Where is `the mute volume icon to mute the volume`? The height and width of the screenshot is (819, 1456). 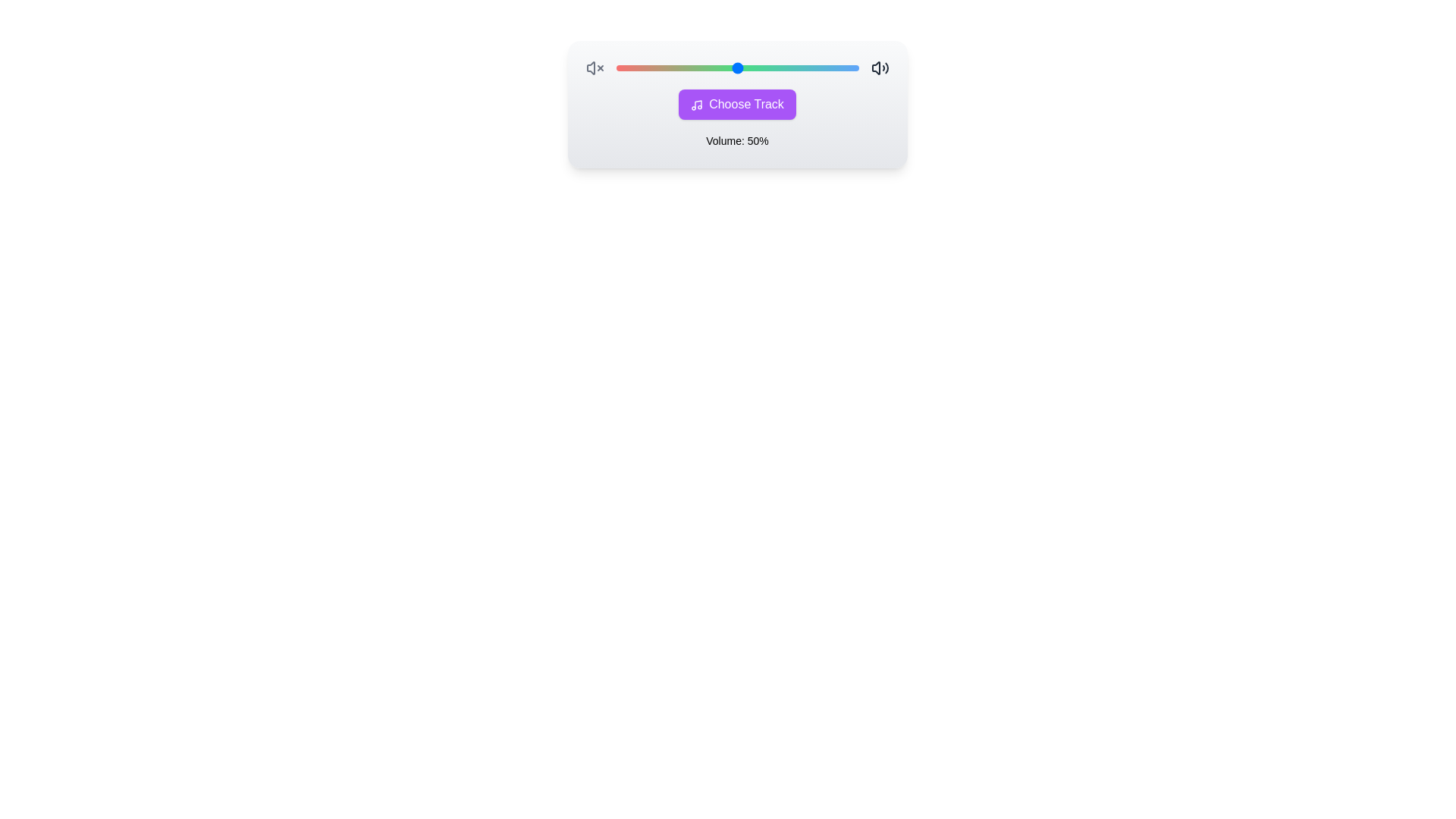
the mute volume icon to mute the volume is located at coordinates (594, 67).